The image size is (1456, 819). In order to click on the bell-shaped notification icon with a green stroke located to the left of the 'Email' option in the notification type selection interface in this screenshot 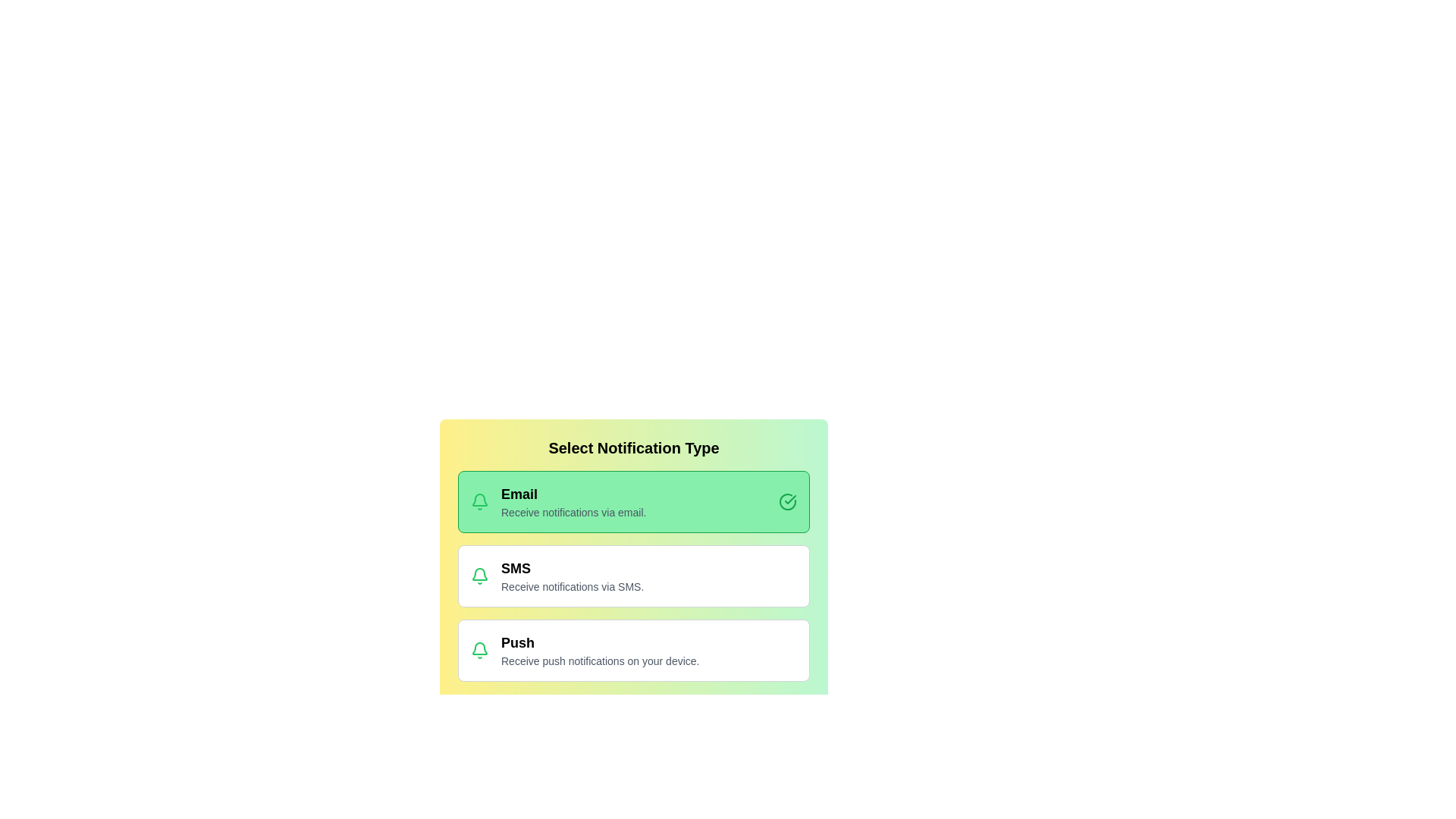, I will do `click(479, 648)`.